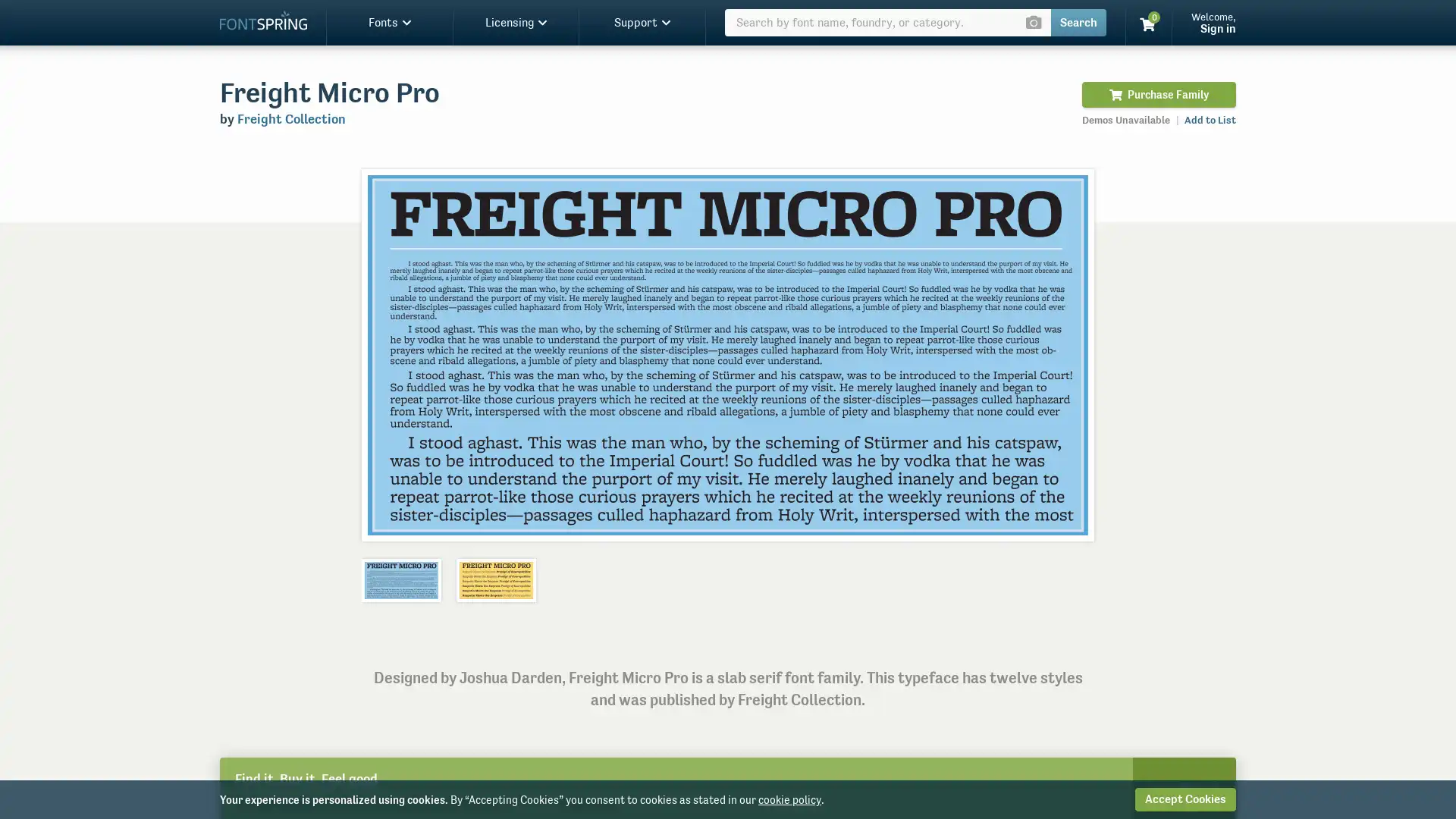 The image size is (1456, 819). What do you see at coordinates (1185, 799) in the screenshot?
I see `Accept Cookies` at bounding box center [1185, 799].